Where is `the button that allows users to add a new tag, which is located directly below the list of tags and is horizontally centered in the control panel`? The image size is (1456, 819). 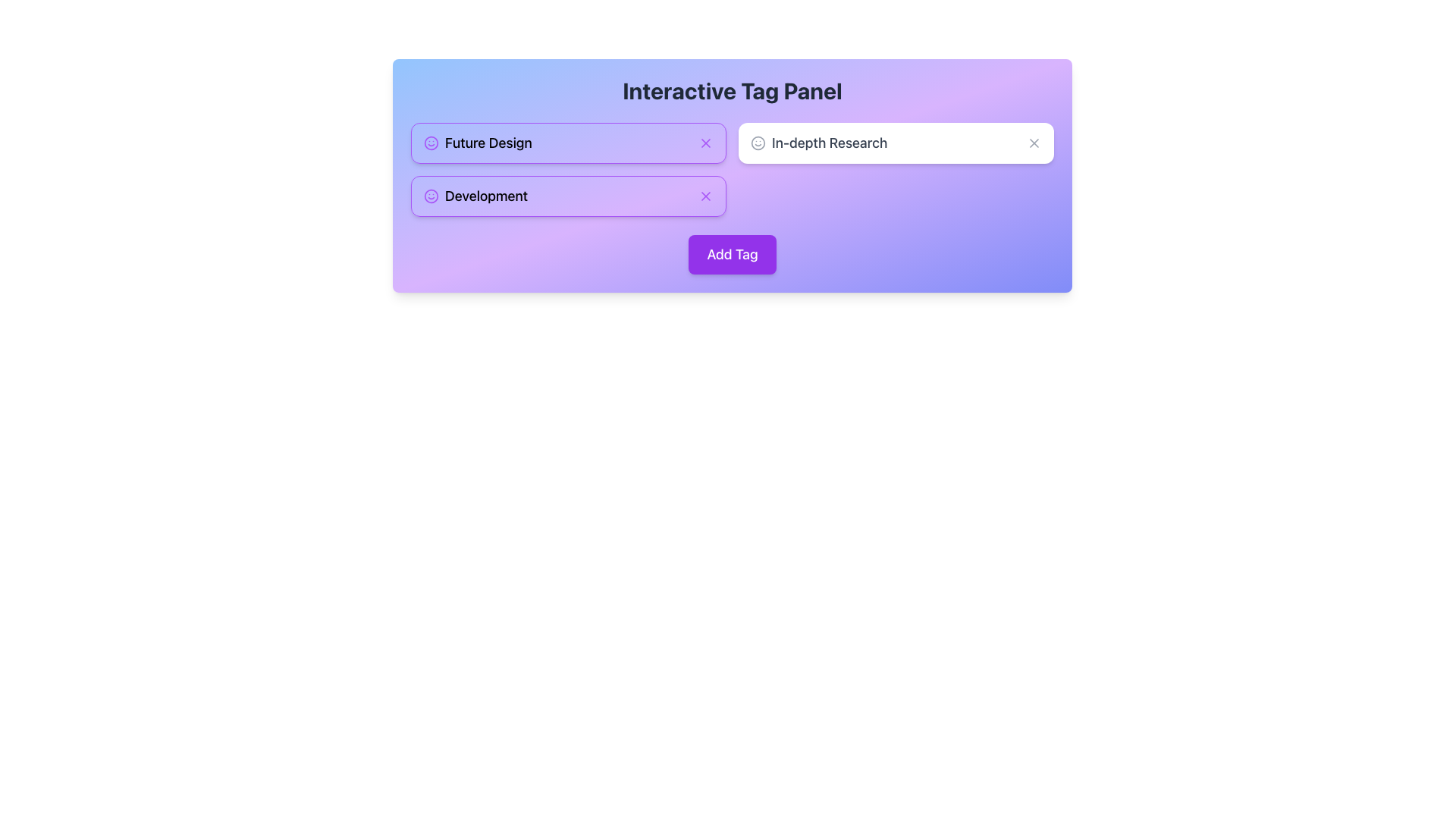
the button that allows users to add a new tag, which is located directly below the list of tags and is horizontally centered in the control panel is located at coordinates (732, 253).